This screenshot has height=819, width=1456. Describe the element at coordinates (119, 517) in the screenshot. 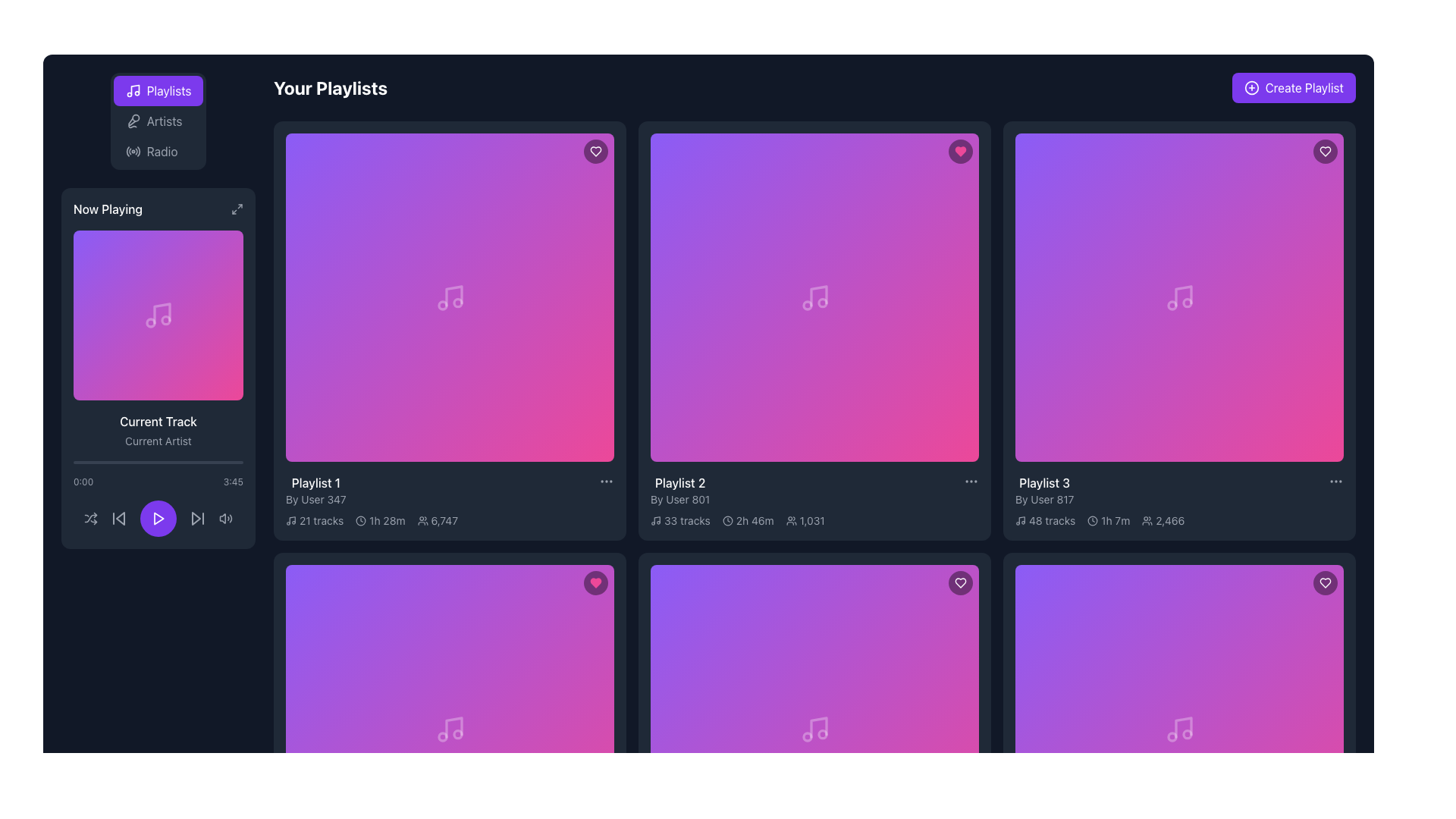

I see `the left-pointing triangle part of the back-skip button in the music player interface` at that location.